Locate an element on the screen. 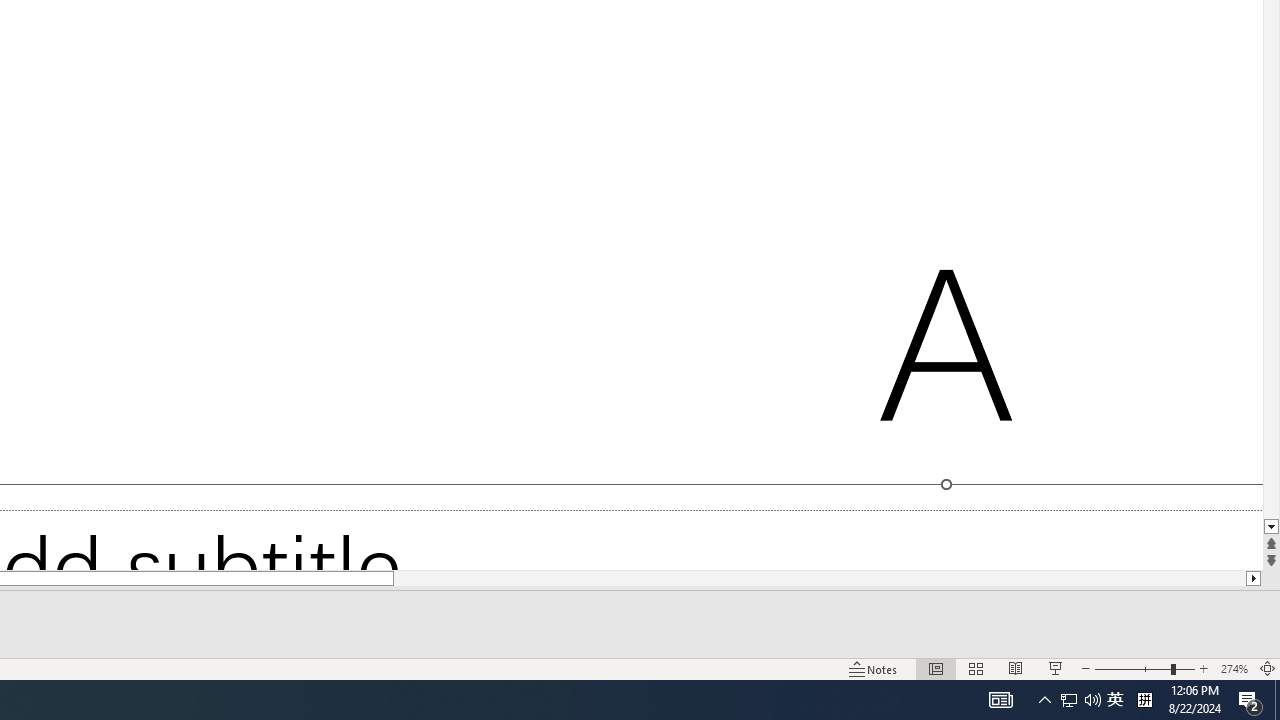 This screenshot has height=720, width=1280. 'Zoom 274%' is located at coordinates (1233, 669).